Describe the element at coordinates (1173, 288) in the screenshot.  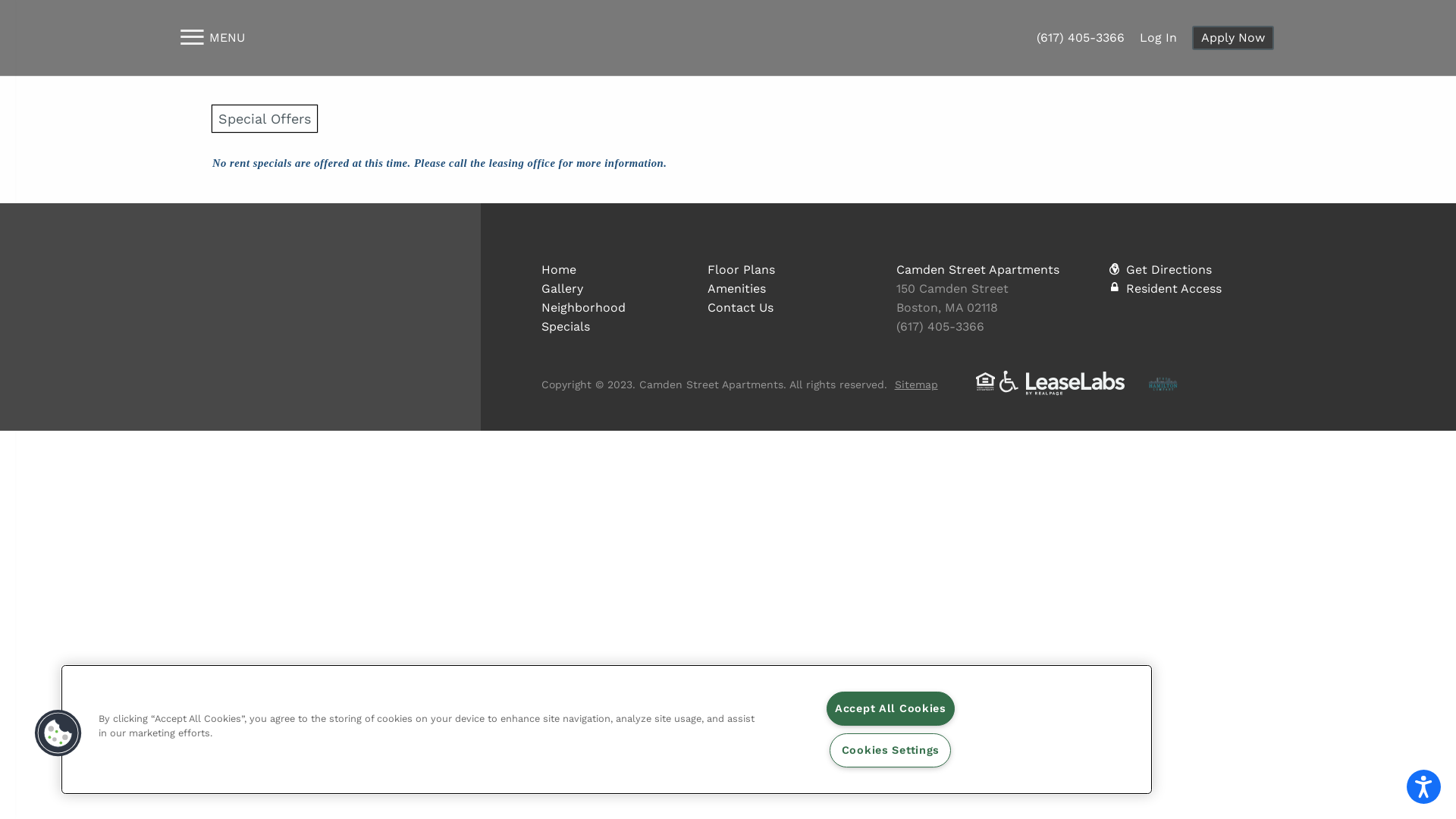
I see `'Resident Access'` at that location.